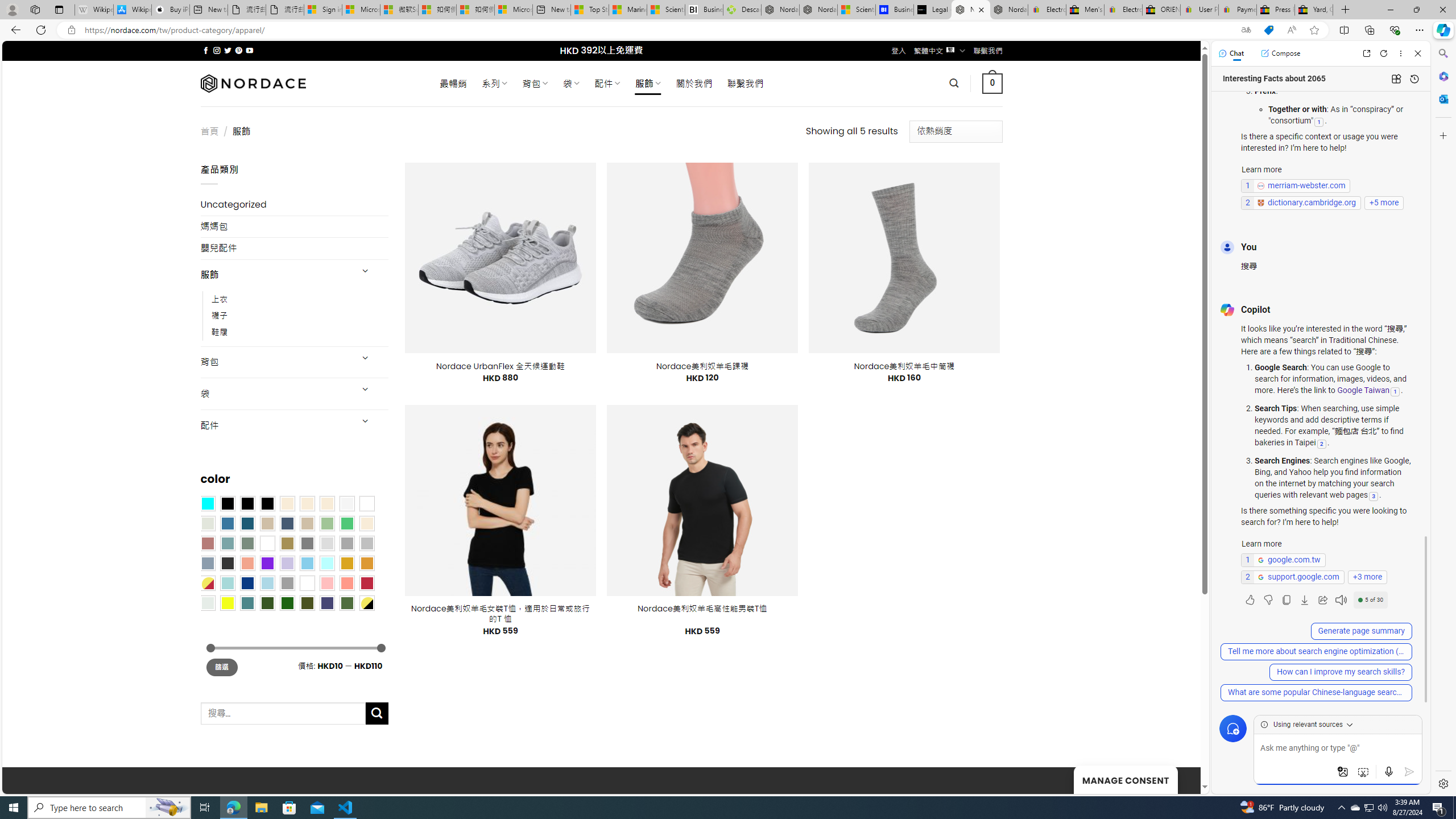  Describe the element at coordinates (294, 205) in the screenshot. I see `'Uncategorized'` at that location.